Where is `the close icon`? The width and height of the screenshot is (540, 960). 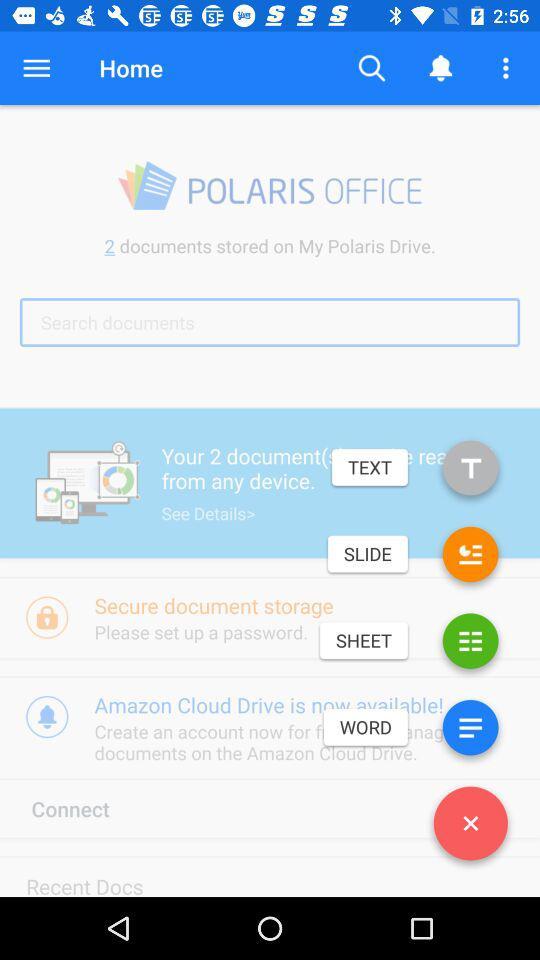 the close icon is located at coordinates (470, 827).